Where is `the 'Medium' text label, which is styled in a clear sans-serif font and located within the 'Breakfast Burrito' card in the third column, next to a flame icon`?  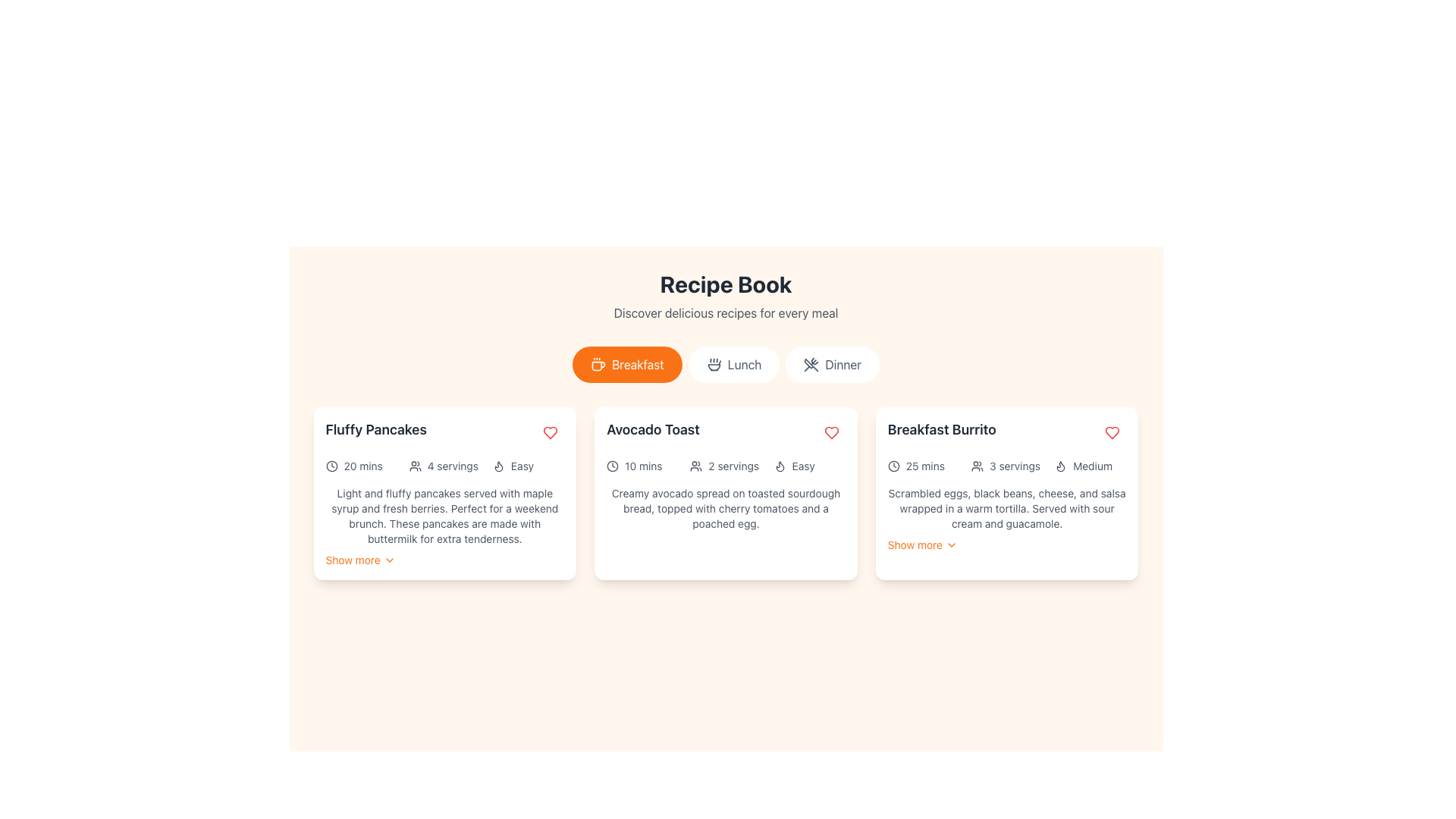 the 'Medium' text label, which is styled in a clear sans-serif font and located within the 'Breakfast Burrito' card in the third column, next to a flame icon is located at coordinates (1093, 465).